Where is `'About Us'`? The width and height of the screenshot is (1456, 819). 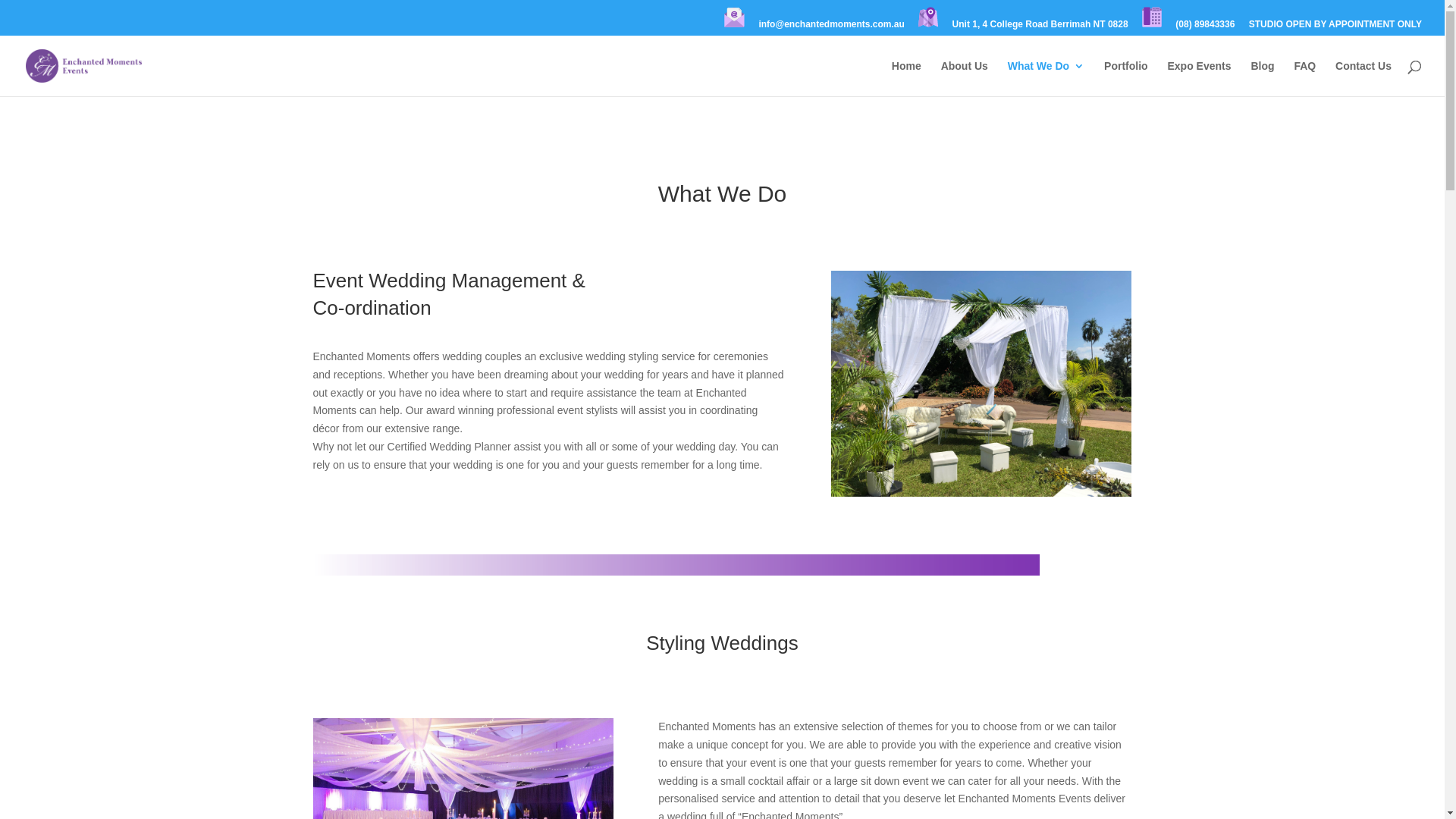
'About Us' is located at coordinates (964, 78).